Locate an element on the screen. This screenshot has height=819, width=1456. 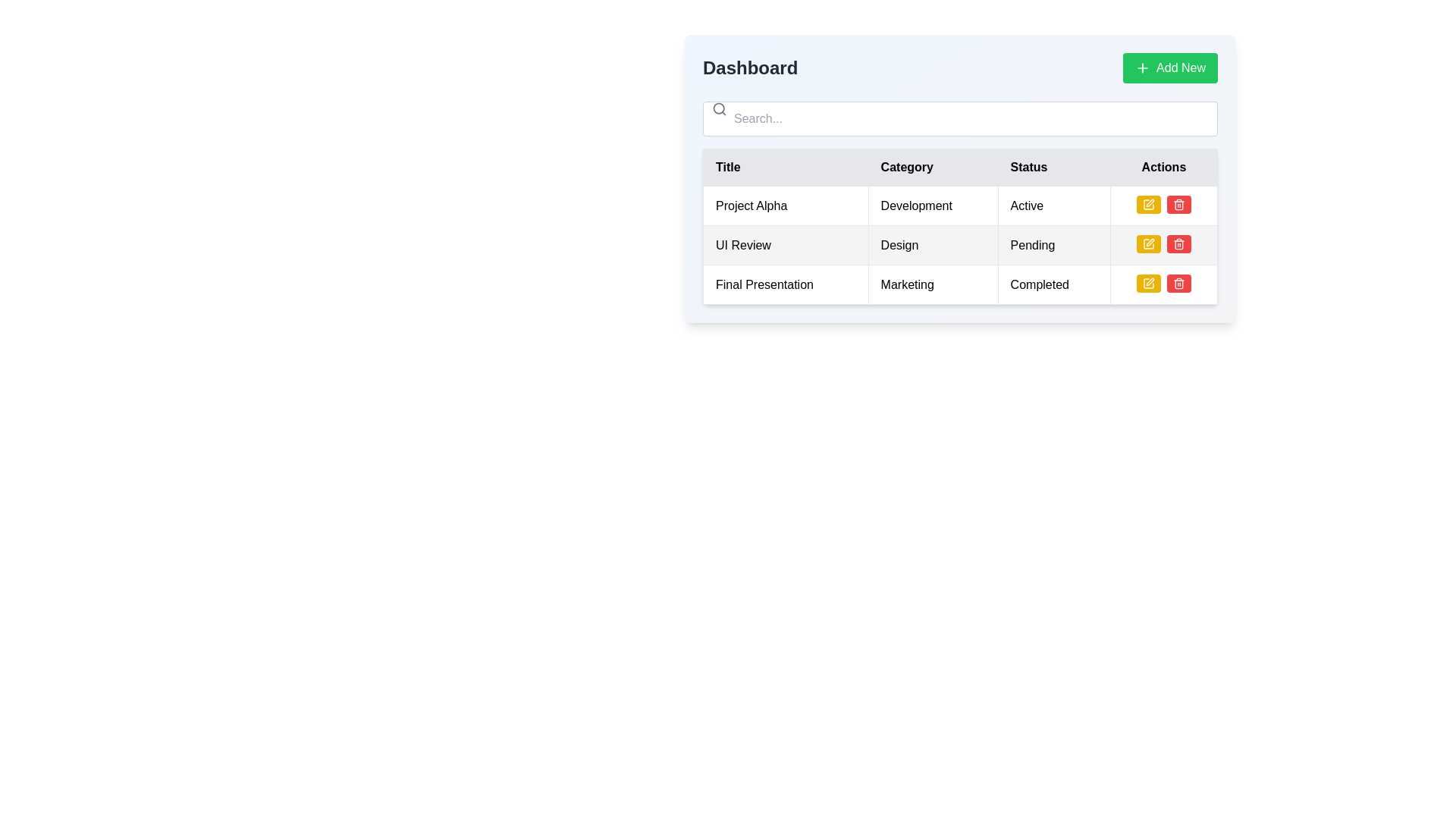
the vertical rectangle with a rounded design inside the trash bin icon located in the rightmost column of the action row in the dashboard table is located at coordinates (1178, 206).